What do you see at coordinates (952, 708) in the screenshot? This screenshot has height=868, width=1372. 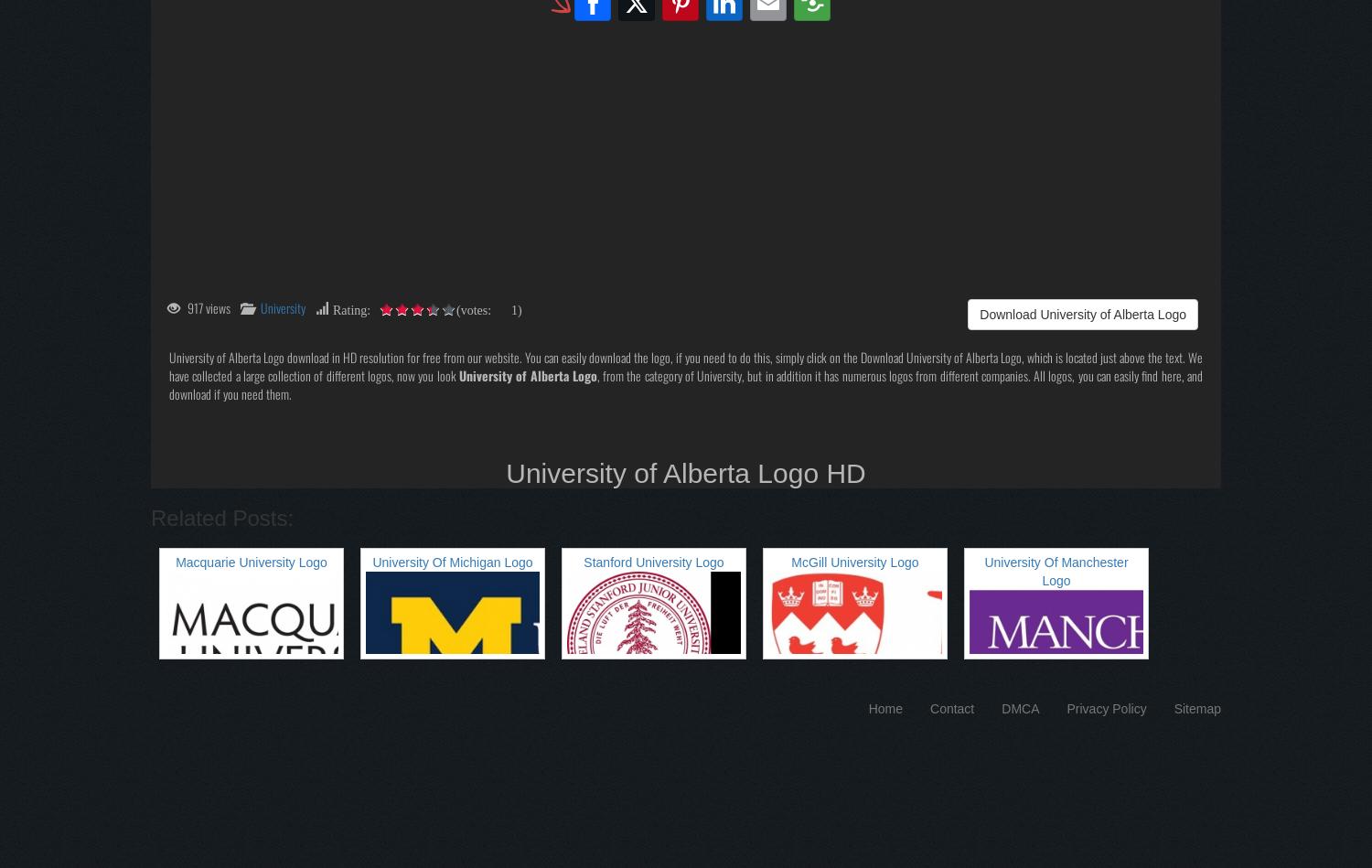 I see `'Contact'` at bounding box center [952, 708].